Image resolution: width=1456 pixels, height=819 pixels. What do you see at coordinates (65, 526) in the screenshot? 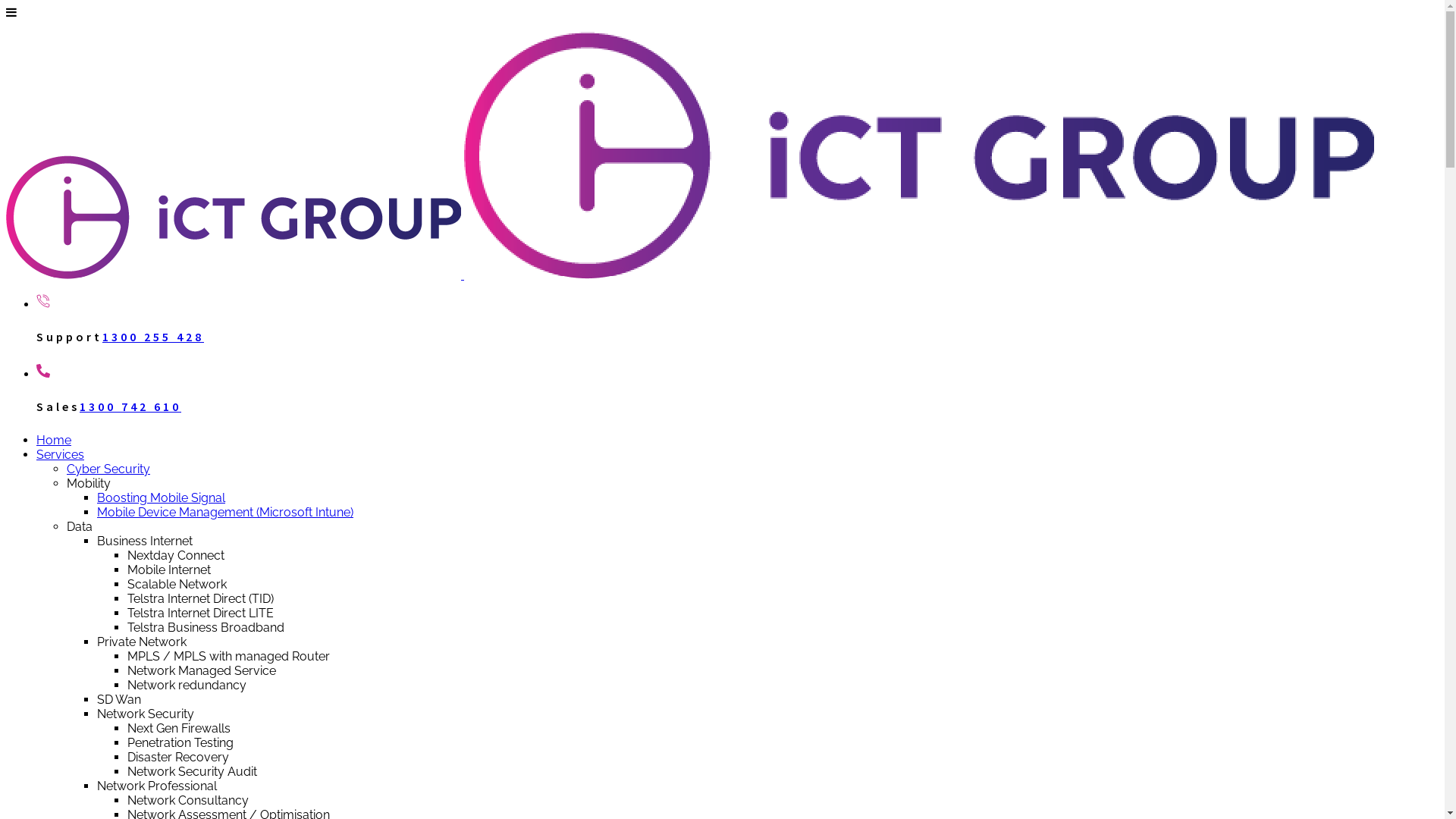
I see `'Data'` at bounding box center [65, 526].